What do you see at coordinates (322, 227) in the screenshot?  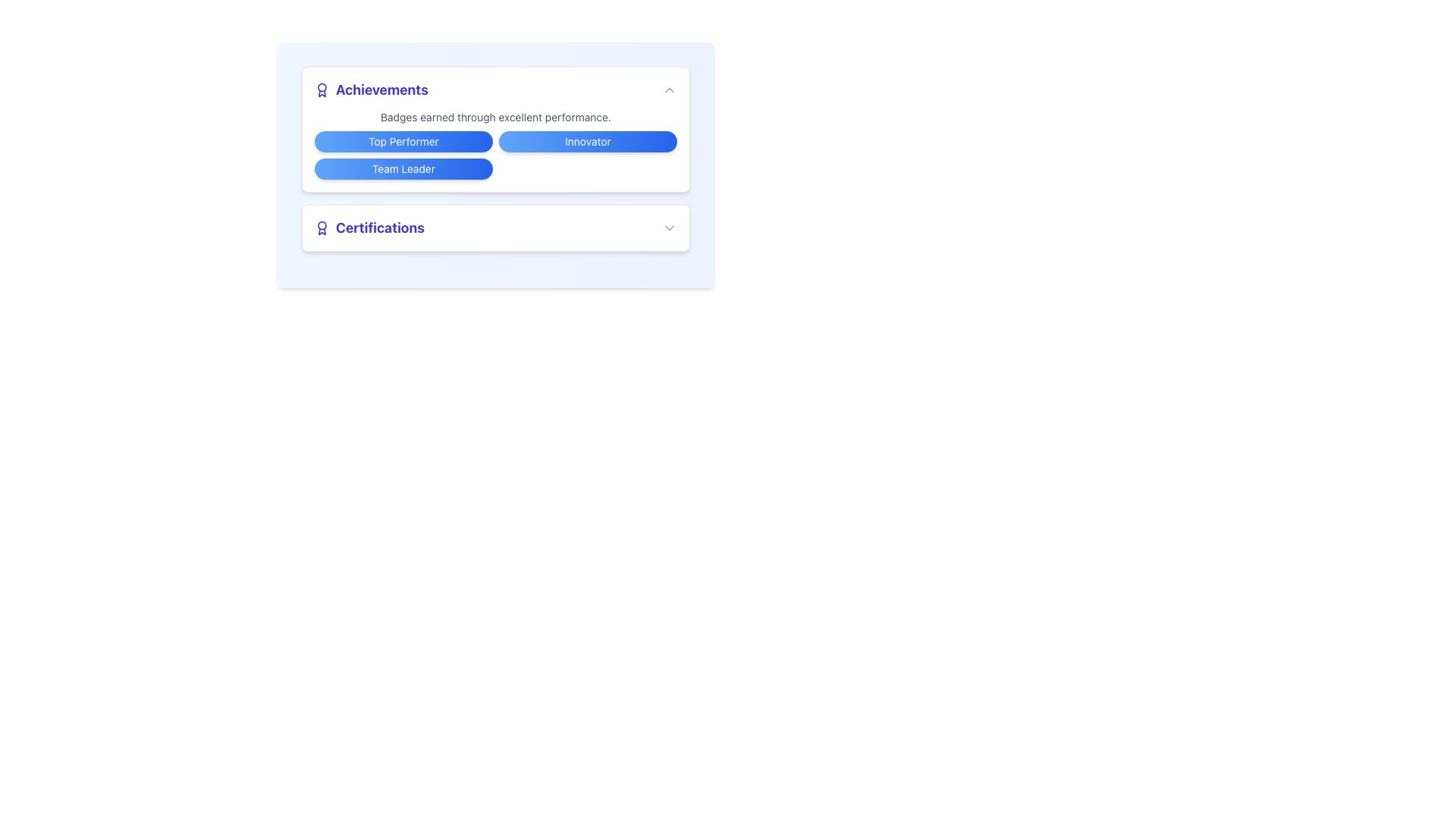 I see `the certifications icon located in the bottom module of the interface, which is directly left of the heading 'Certifications'` at bounding box center [322, 227].